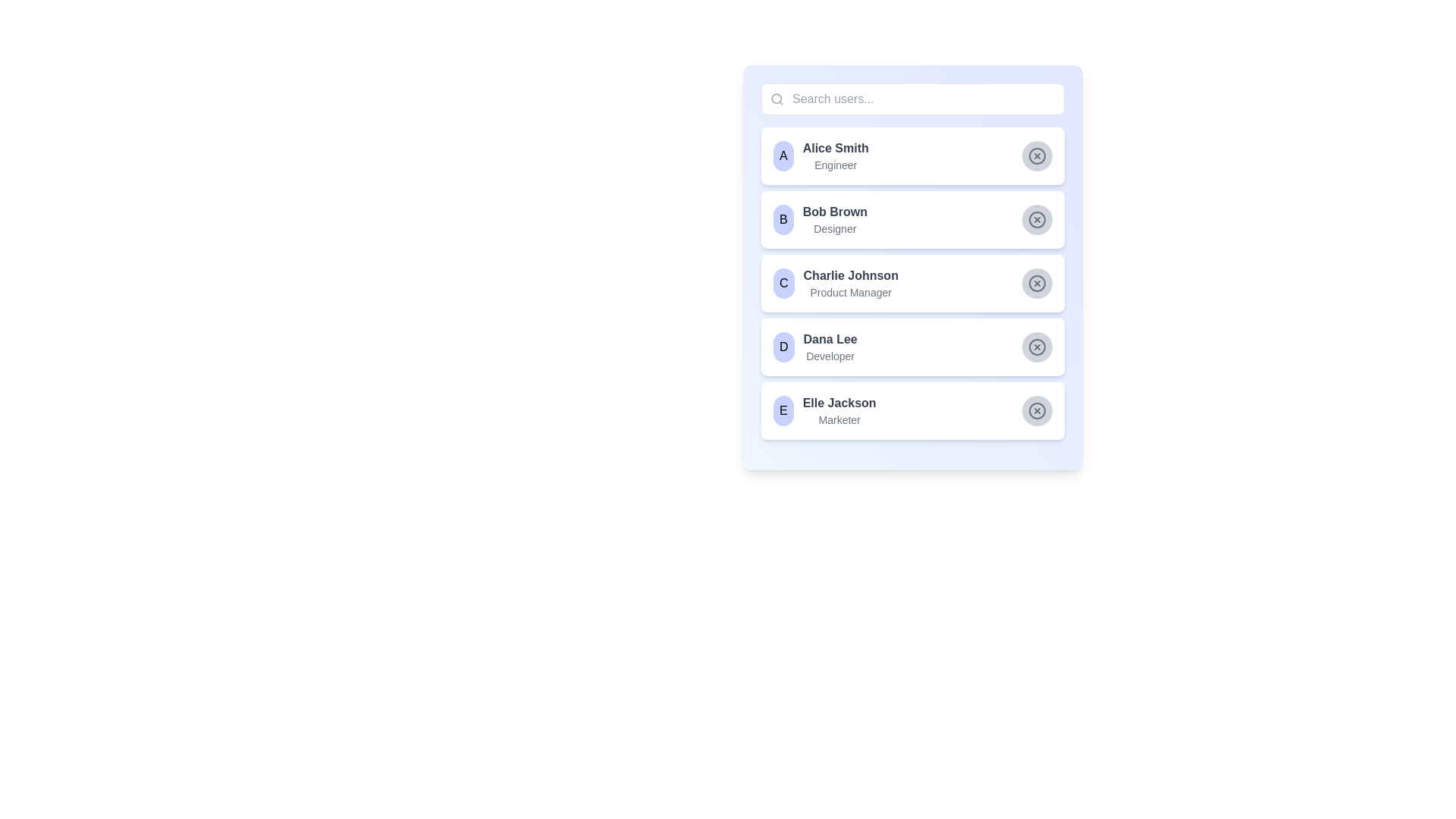 The width and height of the screenshot is (1456, 819). What do you see at coordinates (1037, 155) in the screenshot?
I see `the button located on the far-right side of the item titled 'Alice Smith' in the first row of the list` at bounding box center [1037, 155].